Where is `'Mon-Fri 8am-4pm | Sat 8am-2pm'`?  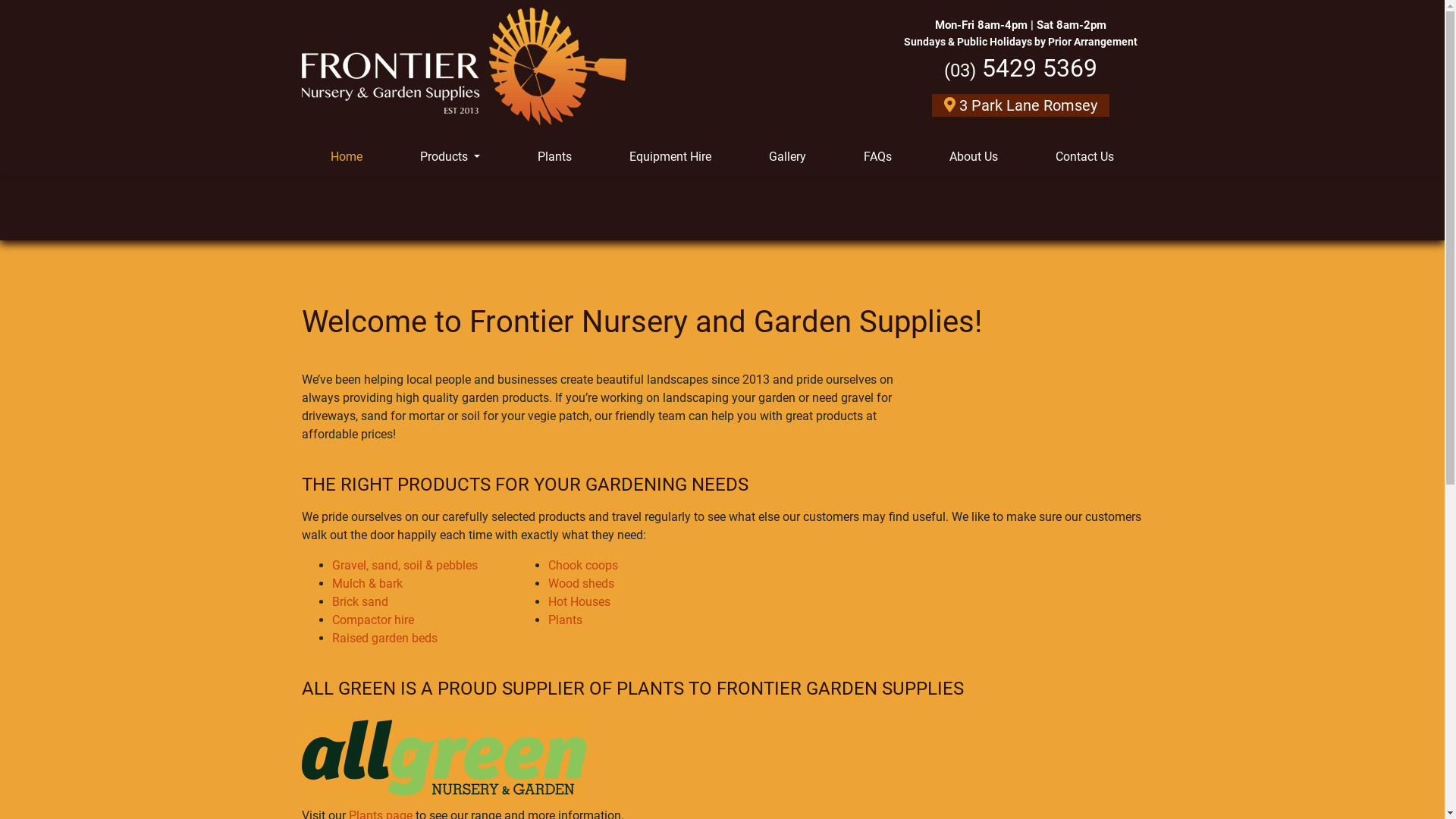 'Mon-Fri 8am-4pm | Sat 8am-2pm' is located at coordinates (1019, 25).